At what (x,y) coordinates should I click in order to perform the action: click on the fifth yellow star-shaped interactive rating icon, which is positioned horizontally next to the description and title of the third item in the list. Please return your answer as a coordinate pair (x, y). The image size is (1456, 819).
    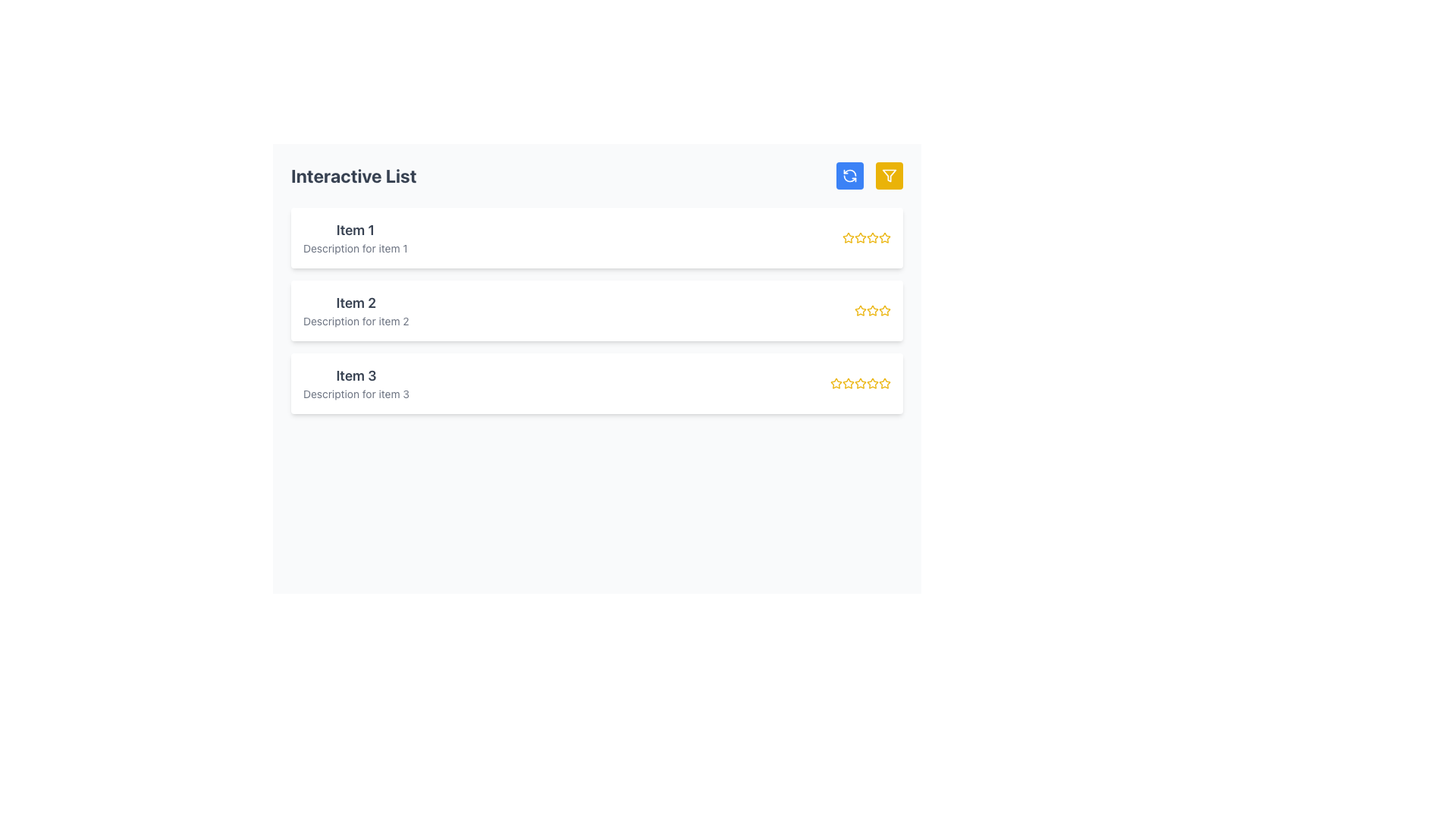
    Looking at the image, I should click on (884, 382).